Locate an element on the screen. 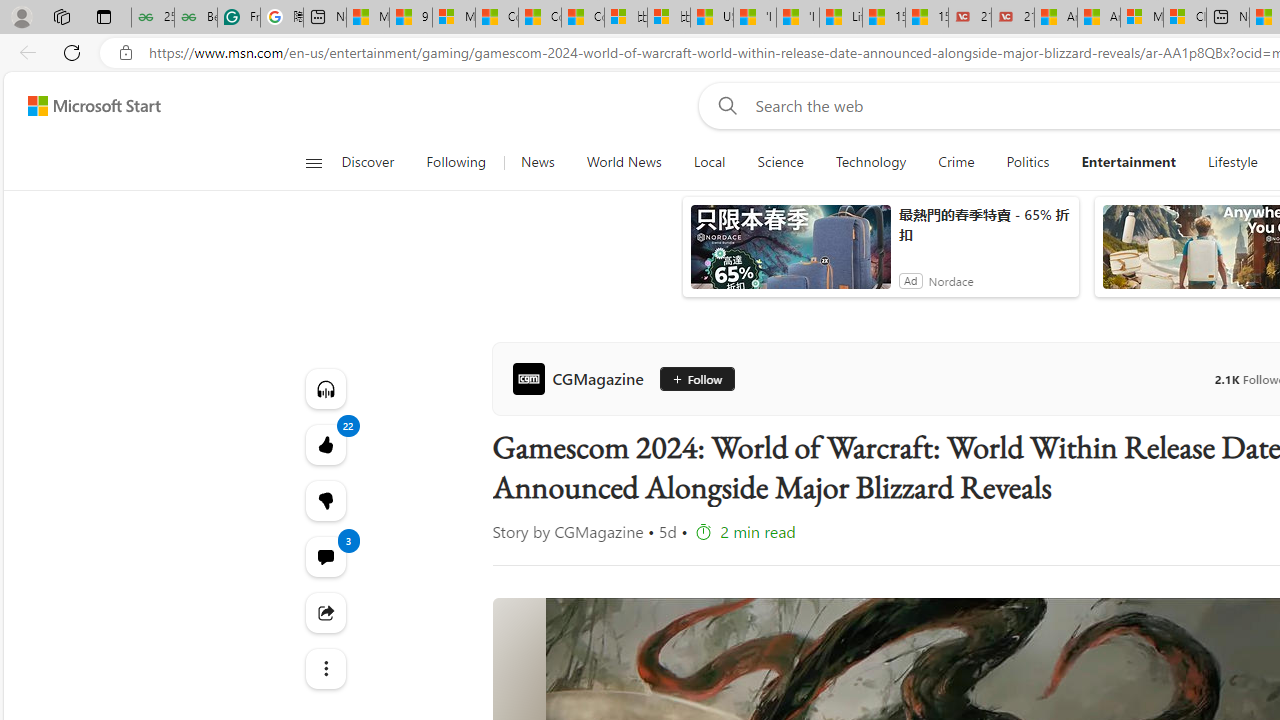  'Cloud Computing Services | Microsoft Azure' is located at coordinates (1184, 17).